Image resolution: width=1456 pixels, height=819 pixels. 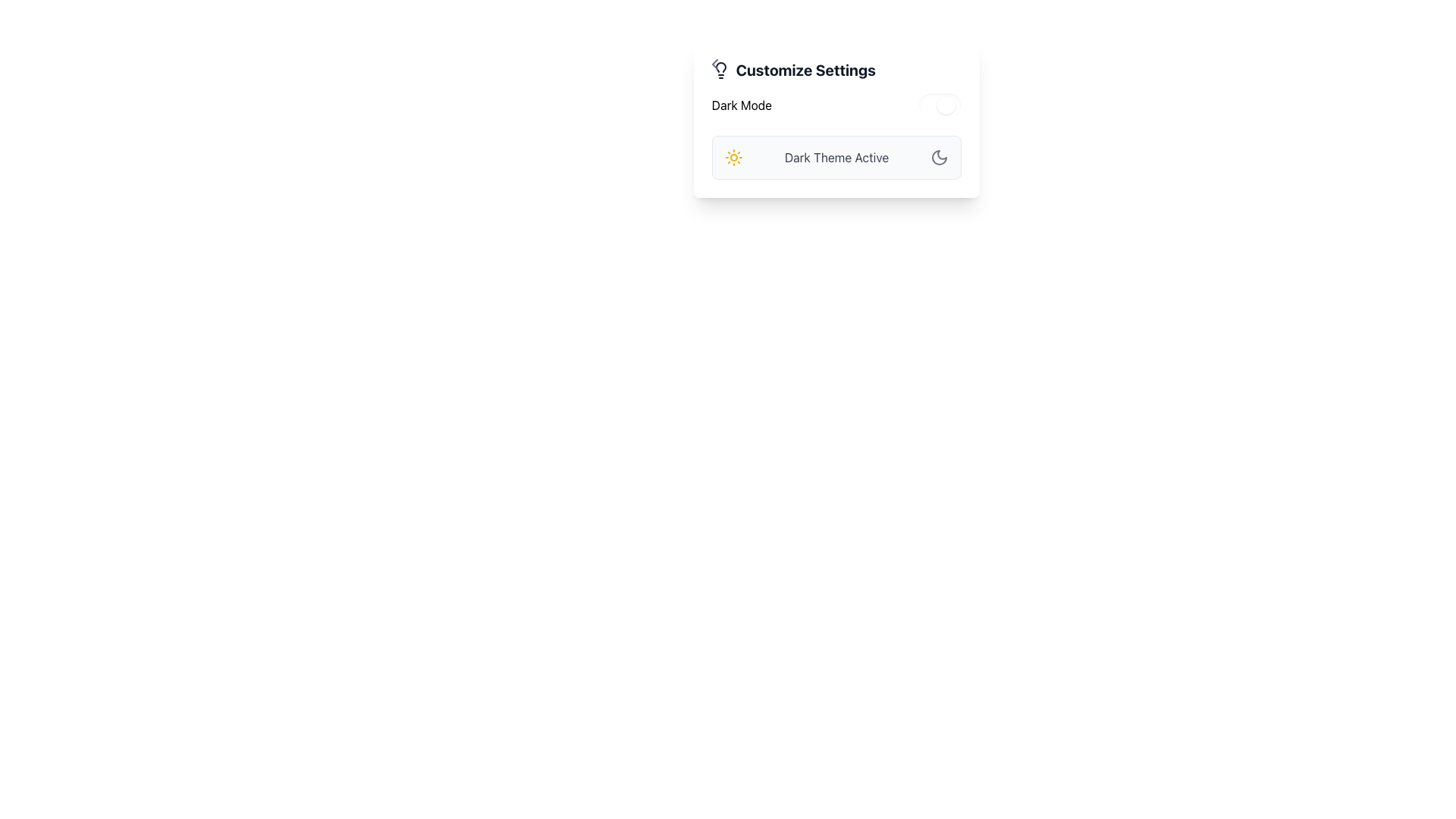 What do you see at coordinates (939, 158) in the screenshot?
I see `the theme choice icon located in the top right corner of the settings card, next to the 'Dark Theme Active' text` at bounding box center [939, 158].